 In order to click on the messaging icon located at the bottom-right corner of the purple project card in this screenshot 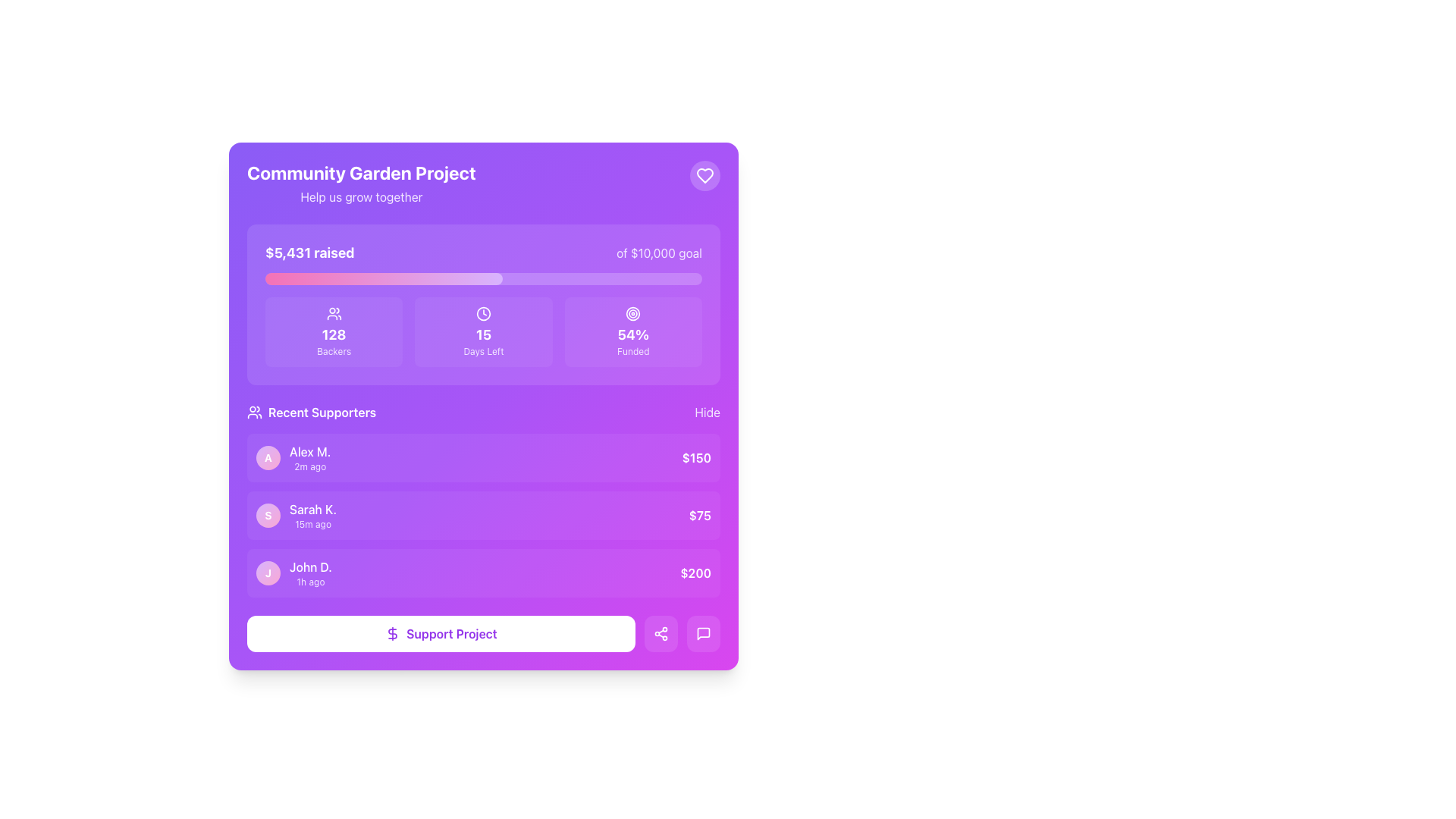, I will do `click(702, 634)`.